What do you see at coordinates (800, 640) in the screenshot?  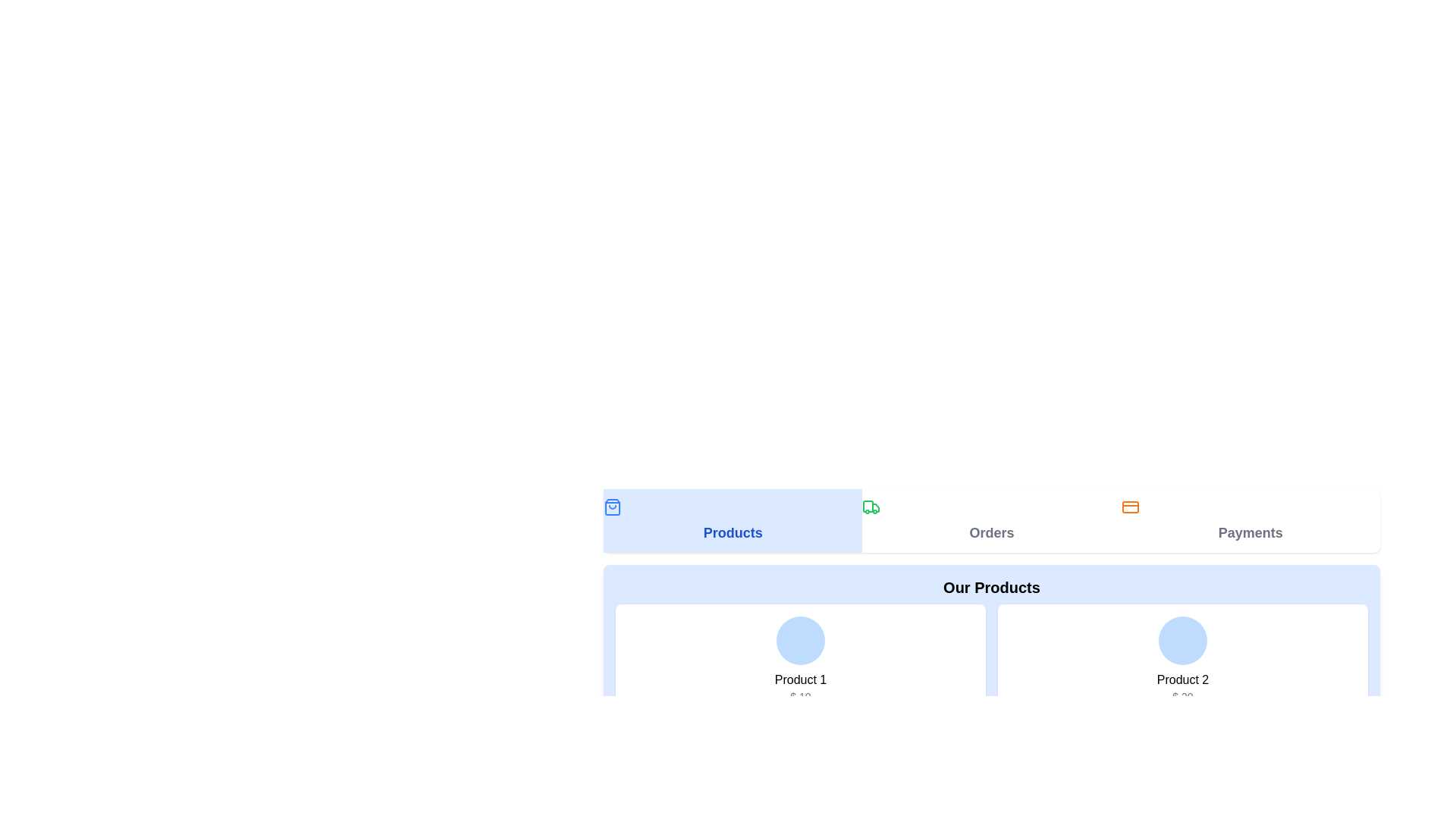 I see `the circular visual decorator with a light blue background` at bounding box center [800, 640].